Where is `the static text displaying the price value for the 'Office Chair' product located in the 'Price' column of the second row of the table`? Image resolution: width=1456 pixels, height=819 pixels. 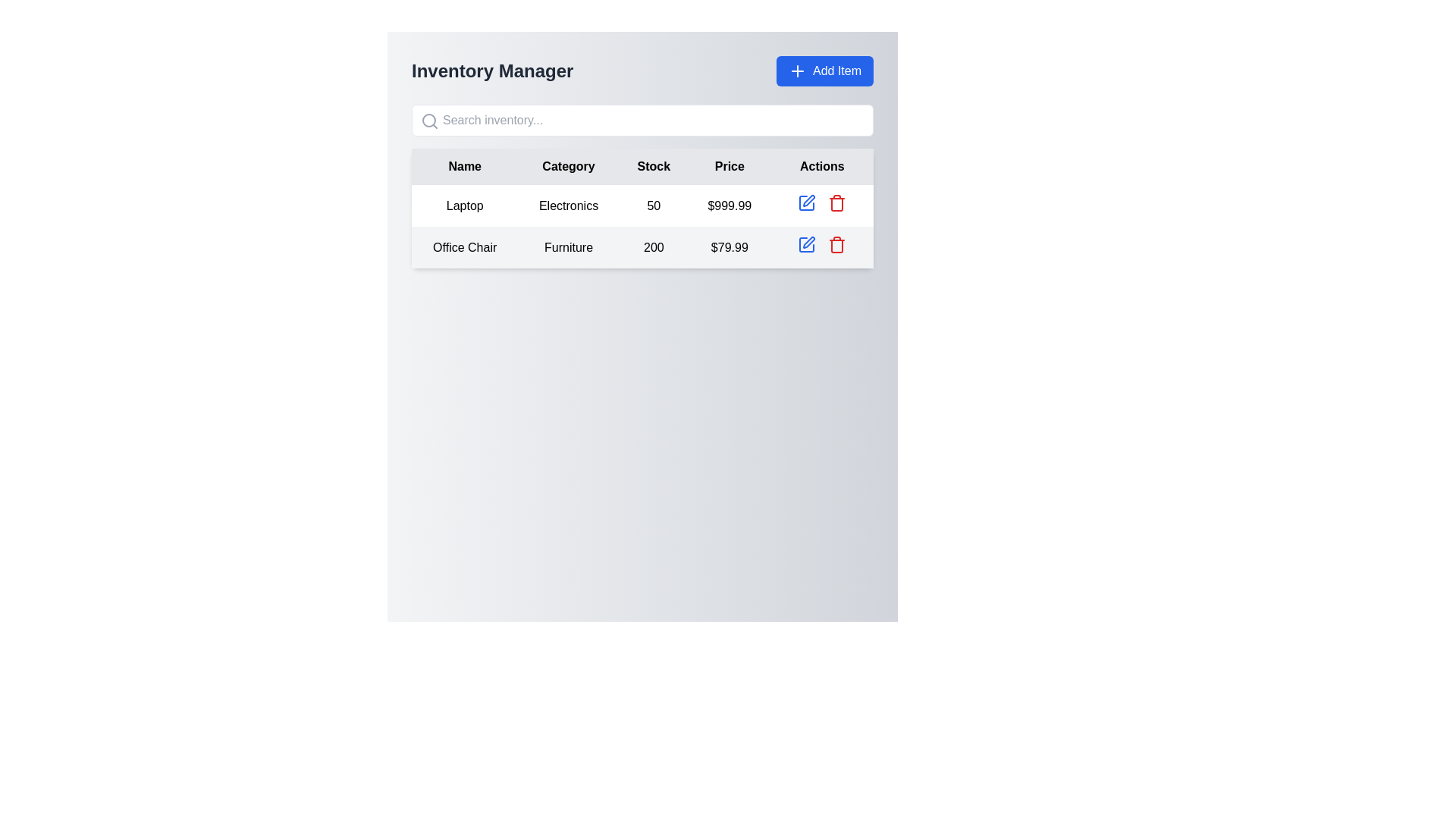 the static text displaying the price value for the 'Office Chair' product located in the 'Price' column of the second row of the table is located at coordinates (730, 246).